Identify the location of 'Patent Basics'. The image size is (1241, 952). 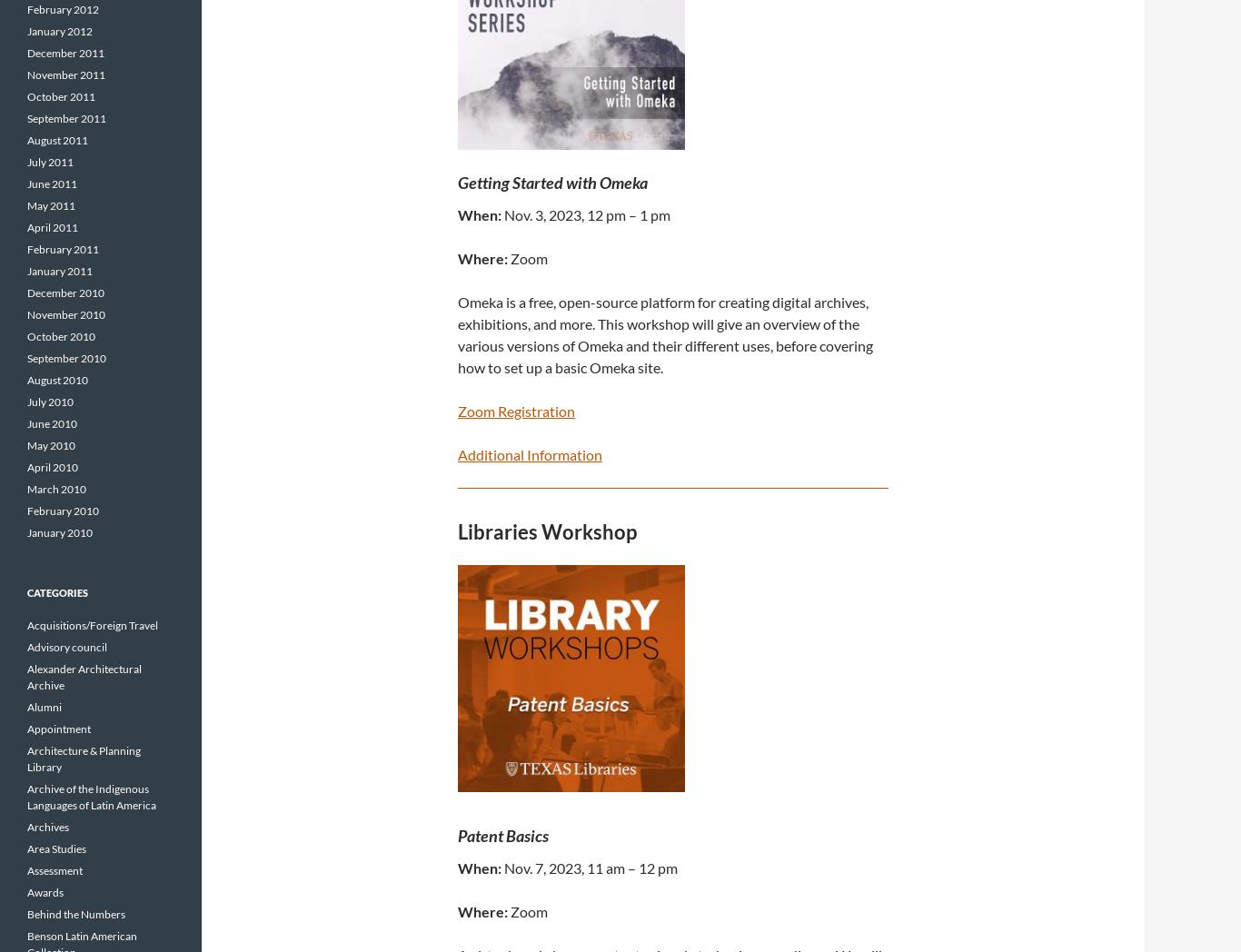
(503, 834).